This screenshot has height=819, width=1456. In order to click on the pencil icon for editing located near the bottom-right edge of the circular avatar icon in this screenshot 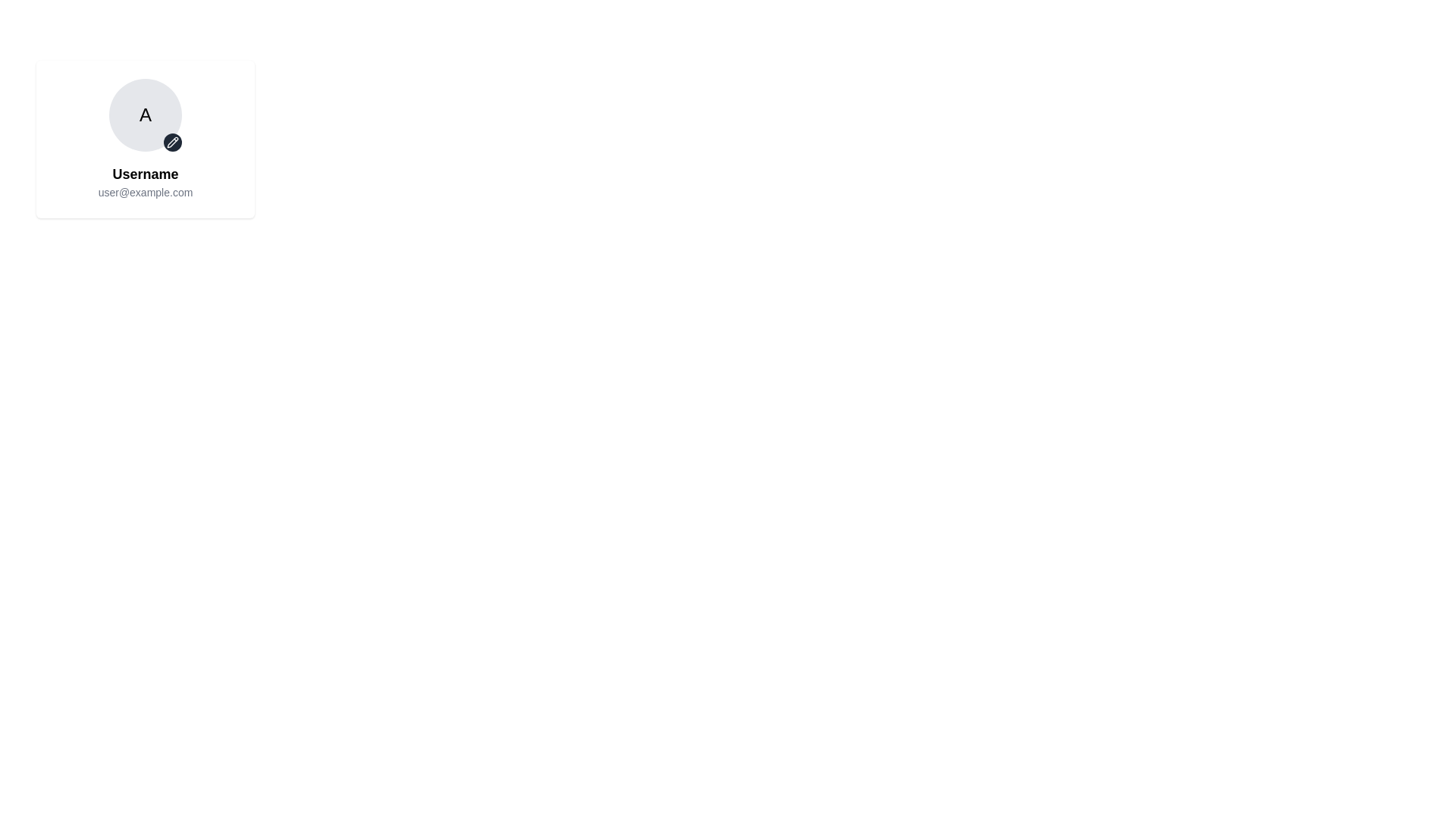, I will do `click(171, 141)`.